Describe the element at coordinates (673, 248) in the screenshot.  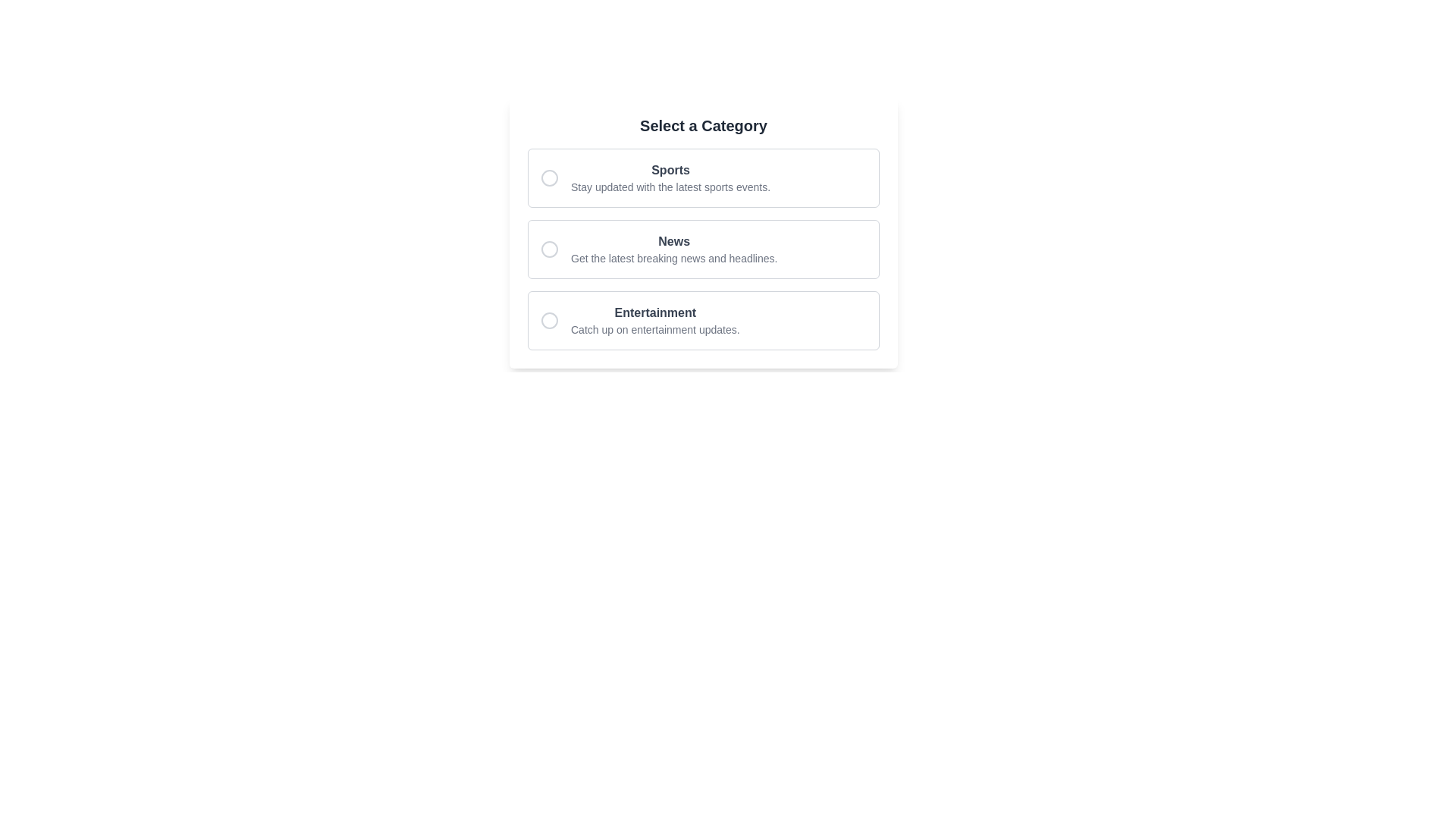
I see `the 'News' category option in the central panel` at that location.